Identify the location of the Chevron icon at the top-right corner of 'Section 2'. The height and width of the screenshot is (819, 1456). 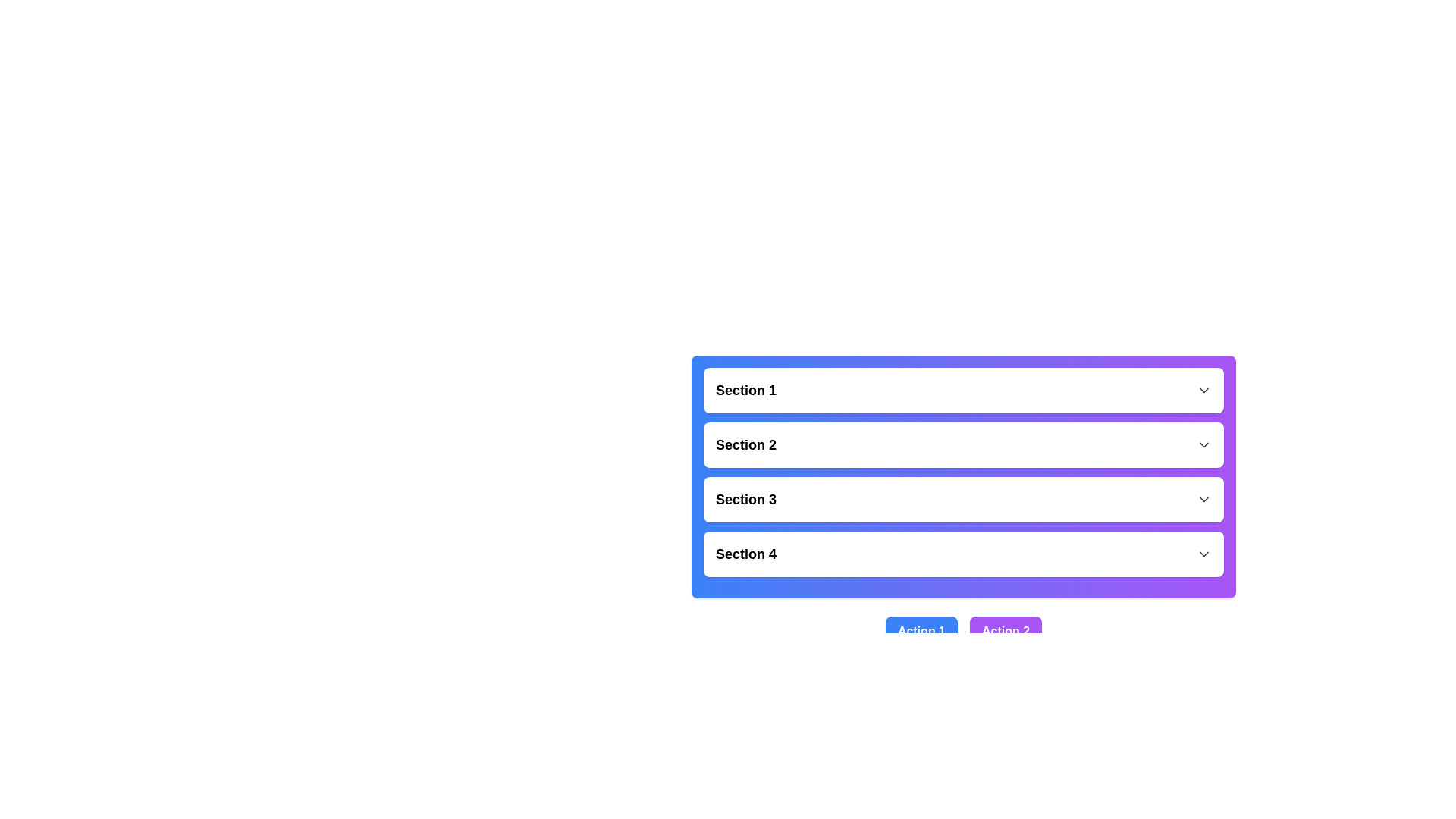
(1203, 444).